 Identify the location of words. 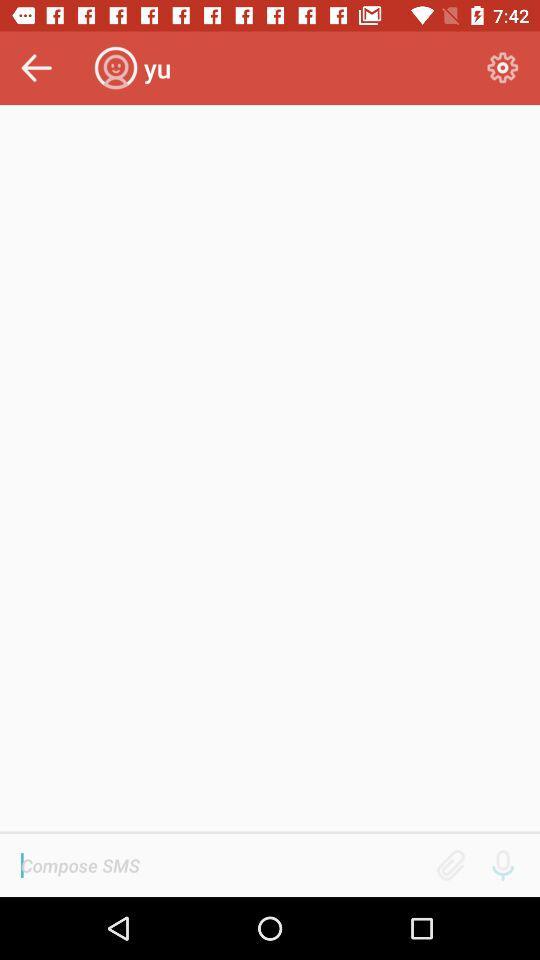
(221, 864).